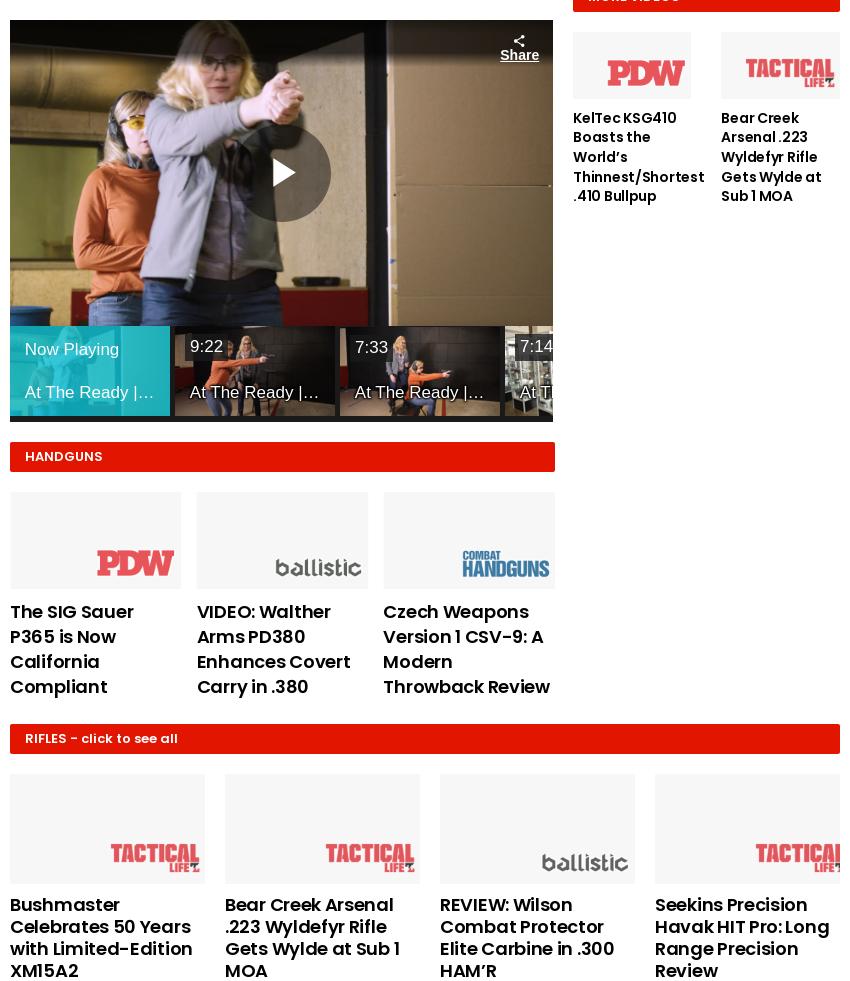  What do you see at coordinates (770, 155) in the screenshot?
I see `'Bear Creek Arsenal .223 Wyldefyr Rifle Gets Wylde at Sub 1 MOA'` at bounding box center [770, 155].